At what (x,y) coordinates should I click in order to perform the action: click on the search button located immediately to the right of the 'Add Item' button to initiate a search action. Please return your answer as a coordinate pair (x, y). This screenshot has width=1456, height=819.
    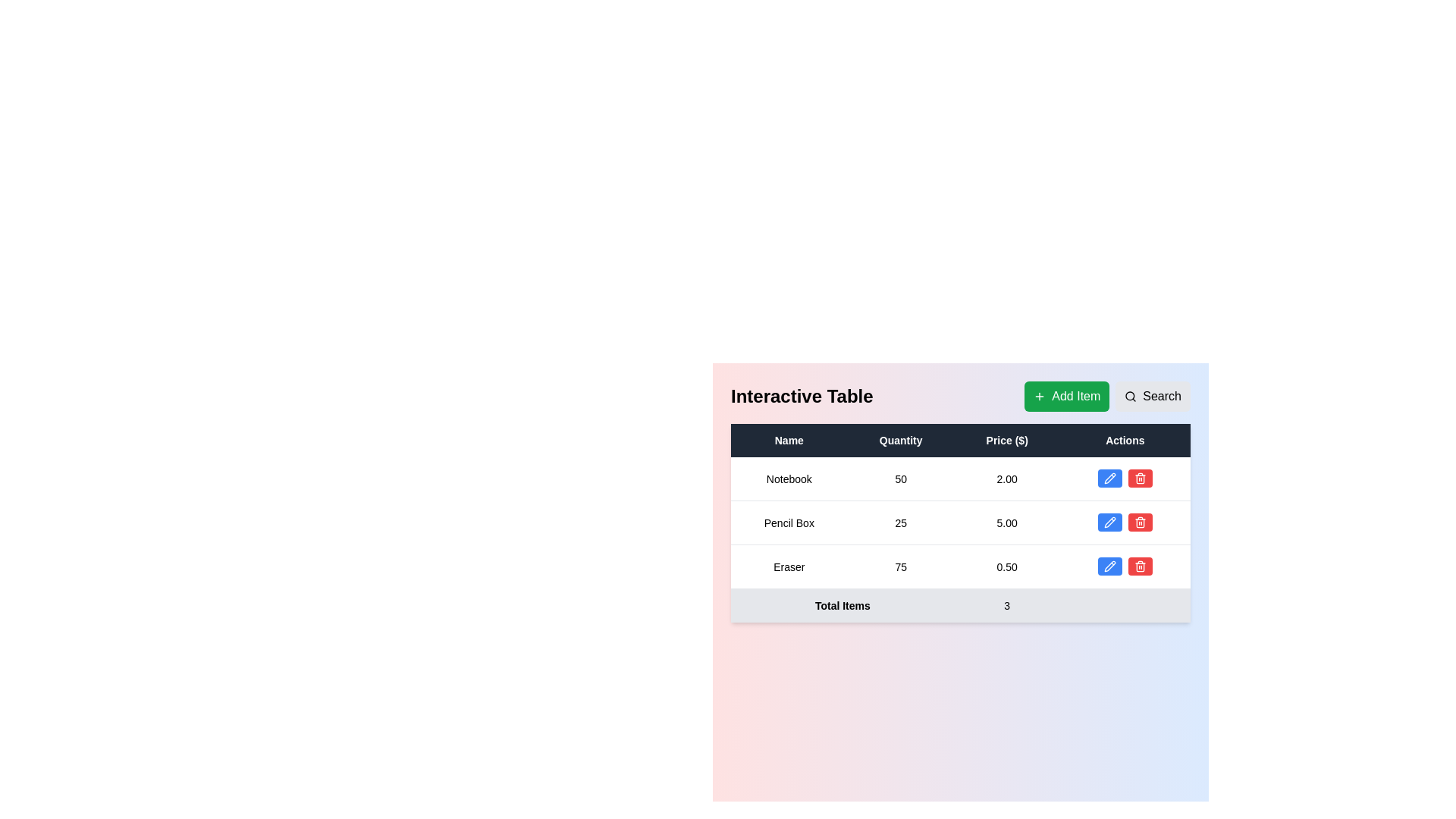
    Looking at the image, I should click on (1153, 396).